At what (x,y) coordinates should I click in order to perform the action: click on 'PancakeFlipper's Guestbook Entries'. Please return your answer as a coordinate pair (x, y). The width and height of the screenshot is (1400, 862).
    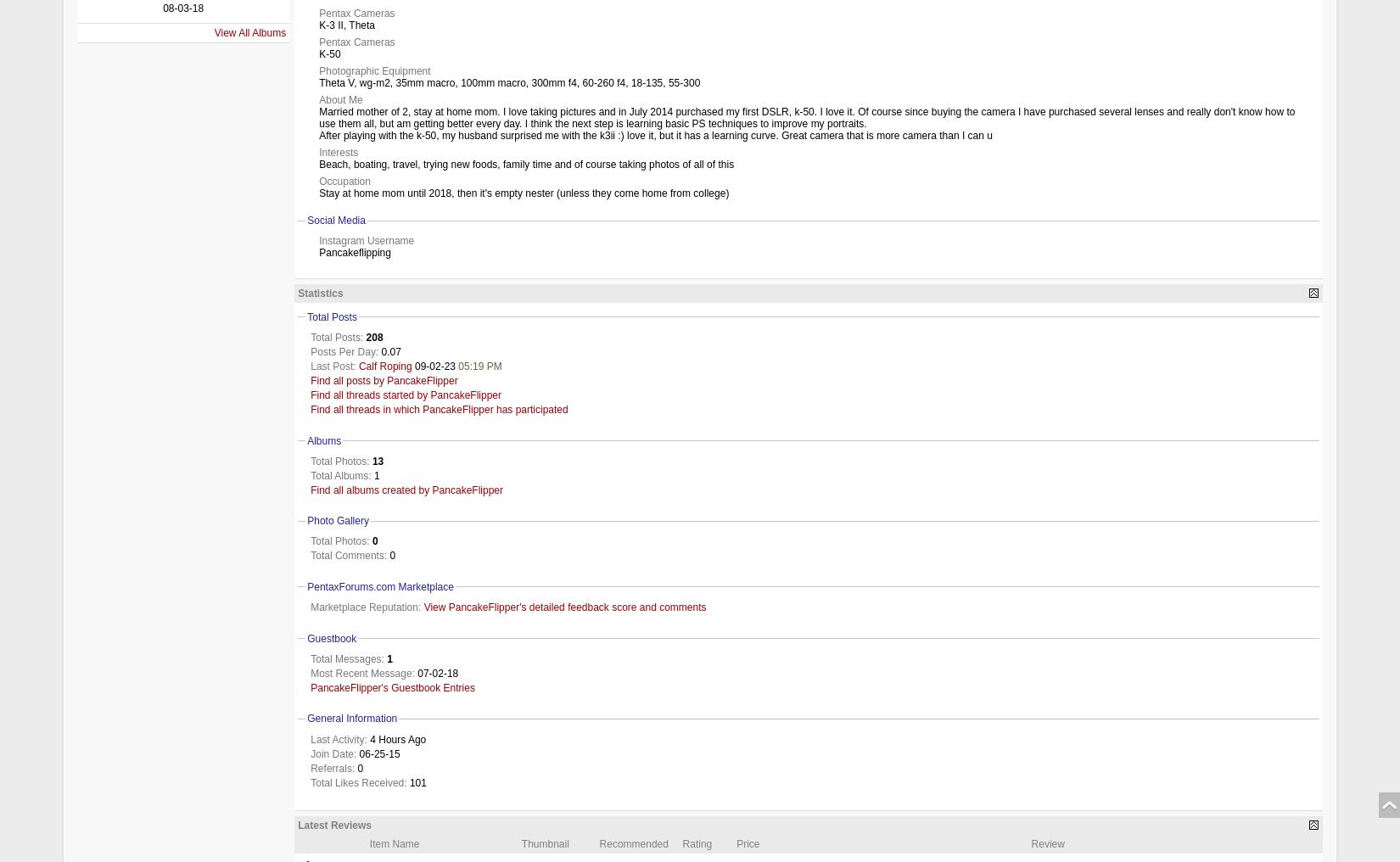
    Looking at the image, I should click on (310, 686).